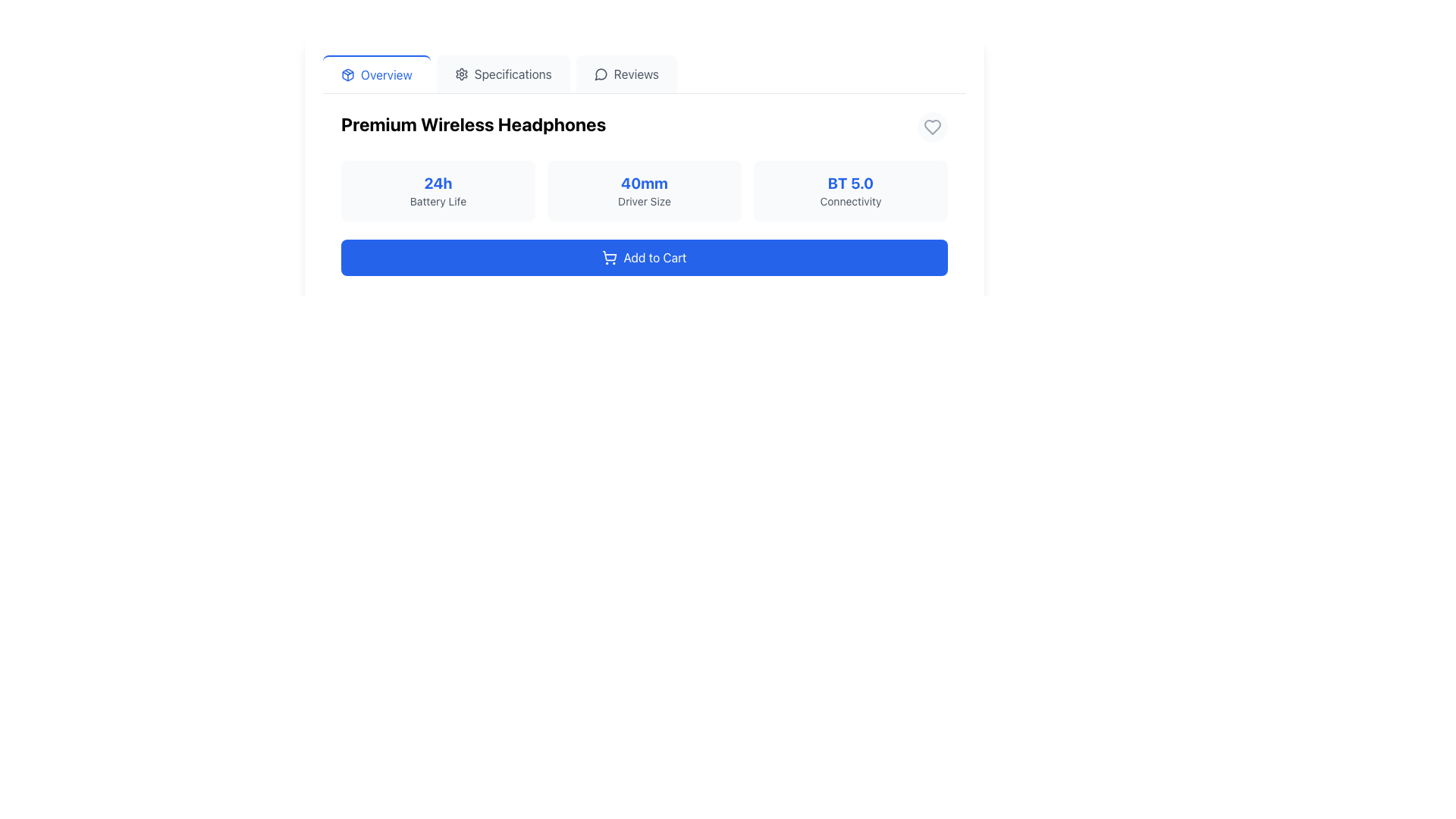  I want to click on the 'Specifications' text label in the navigation bar, so click(513, 74).